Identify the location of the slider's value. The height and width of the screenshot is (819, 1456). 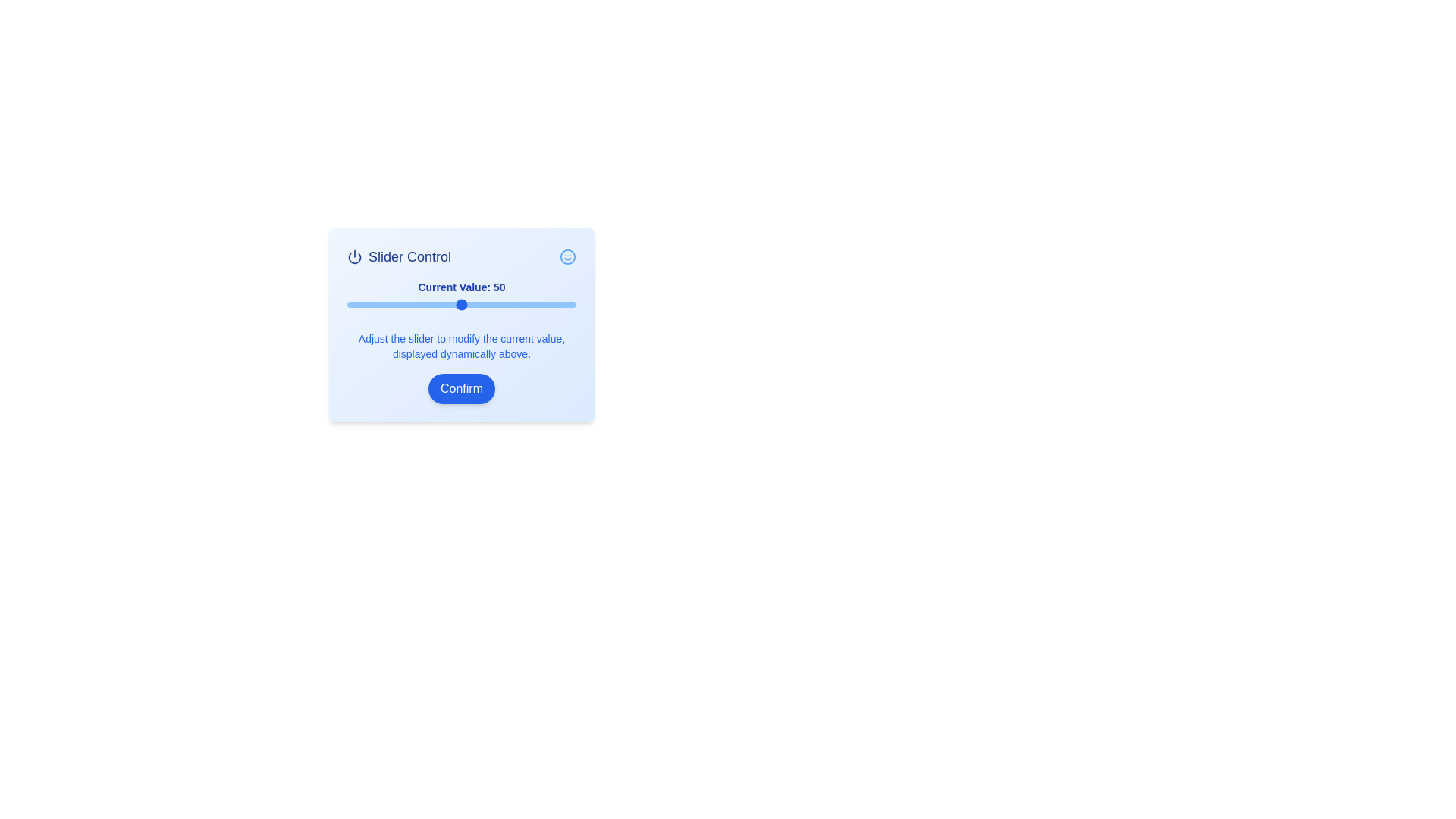
(368, 304).